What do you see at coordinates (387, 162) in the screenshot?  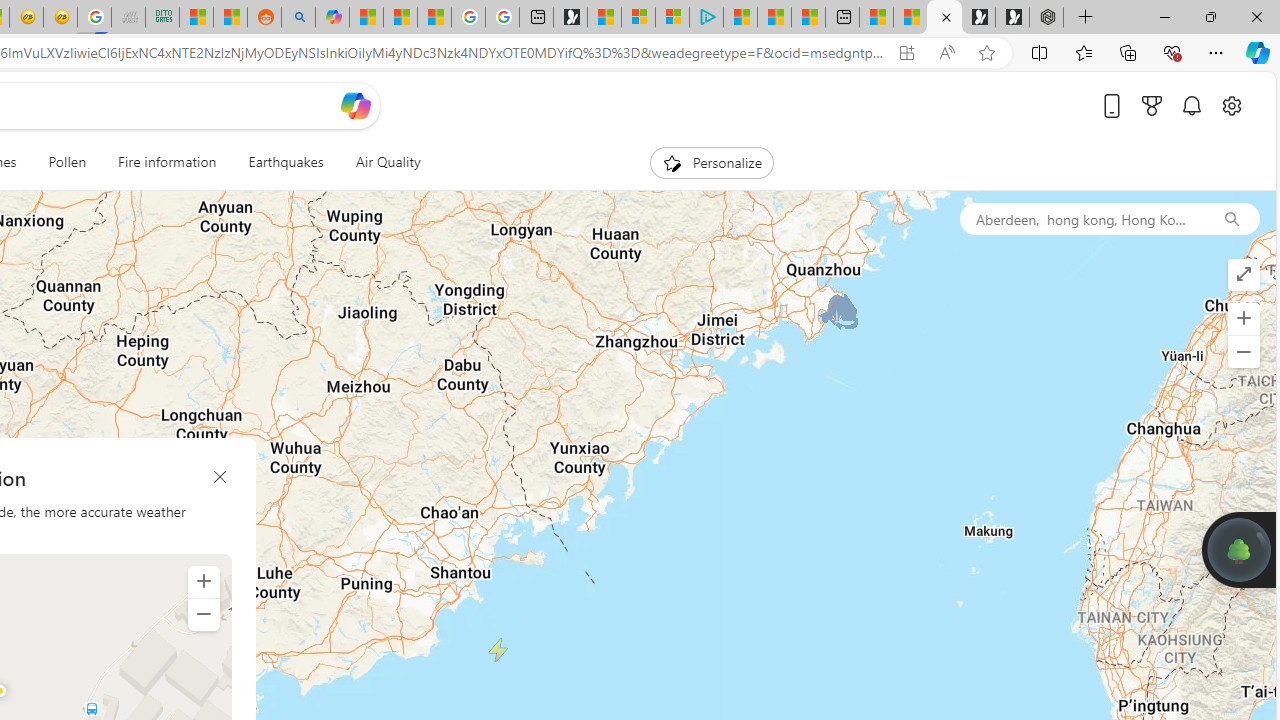 I see `'Air Quality'` at bounding box center [387, 162].